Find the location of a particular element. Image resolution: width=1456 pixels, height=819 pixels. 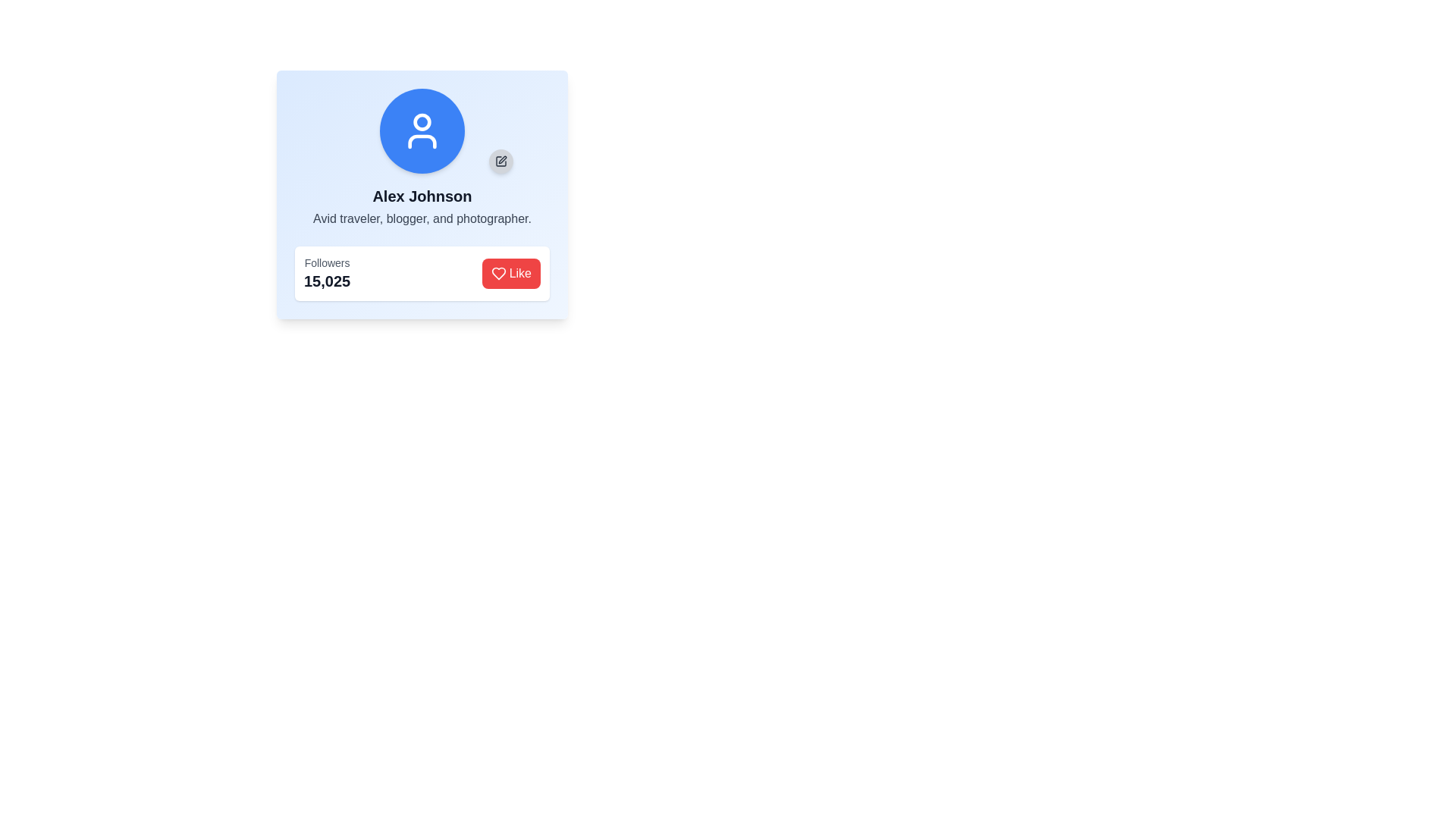

the edit icon button, represented by a pen tip icon, located in the upper-right corner of the user card component to initiate the edit action is located at coordinates (501, 161).